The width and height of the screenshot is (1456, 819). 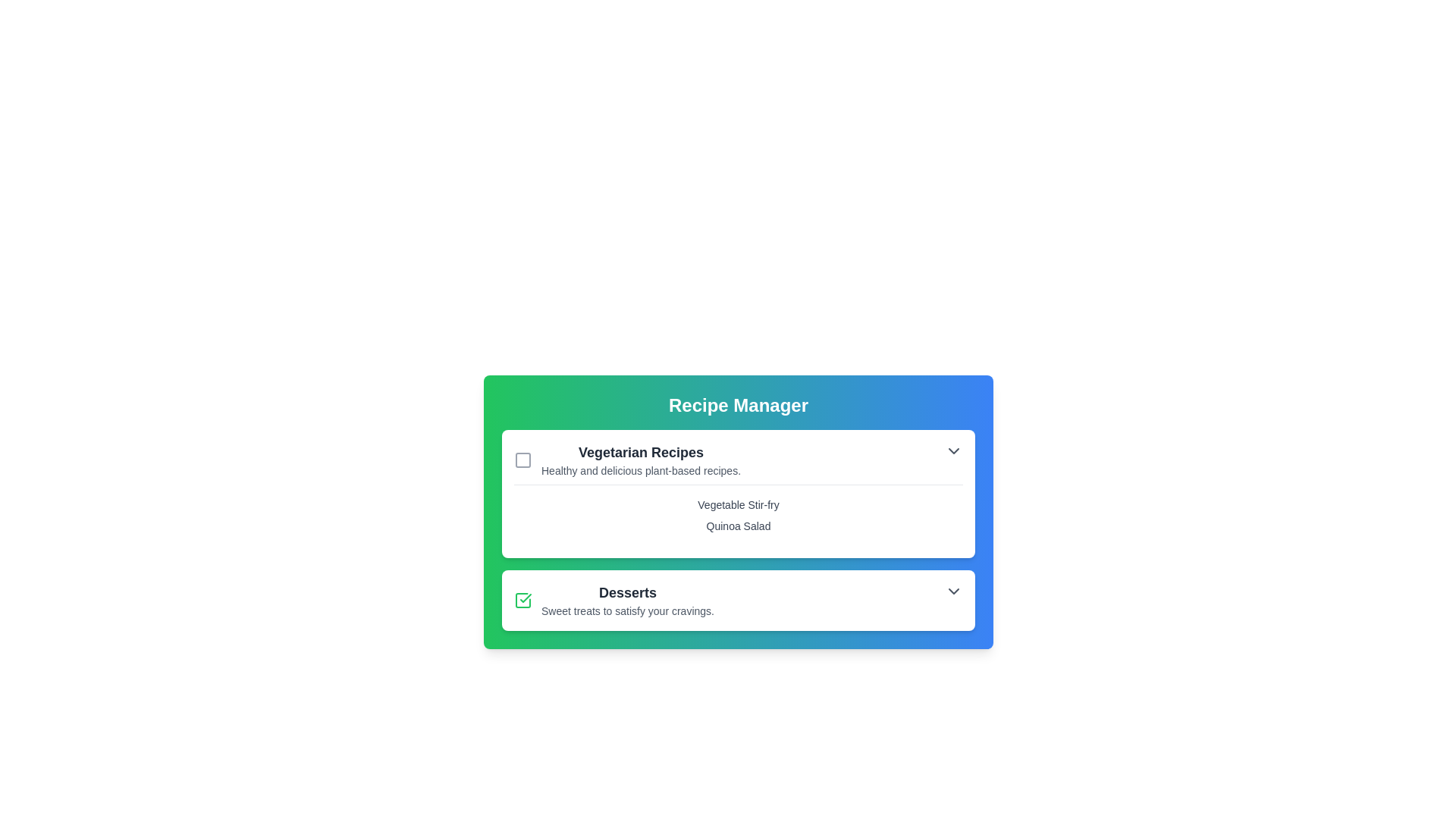 What do you see at coordinates (739, 405) in the screenshot?
I see `the heading element indicating the primary purpose of the recipe manager interface to read its text` at bounding box center [739, 405].